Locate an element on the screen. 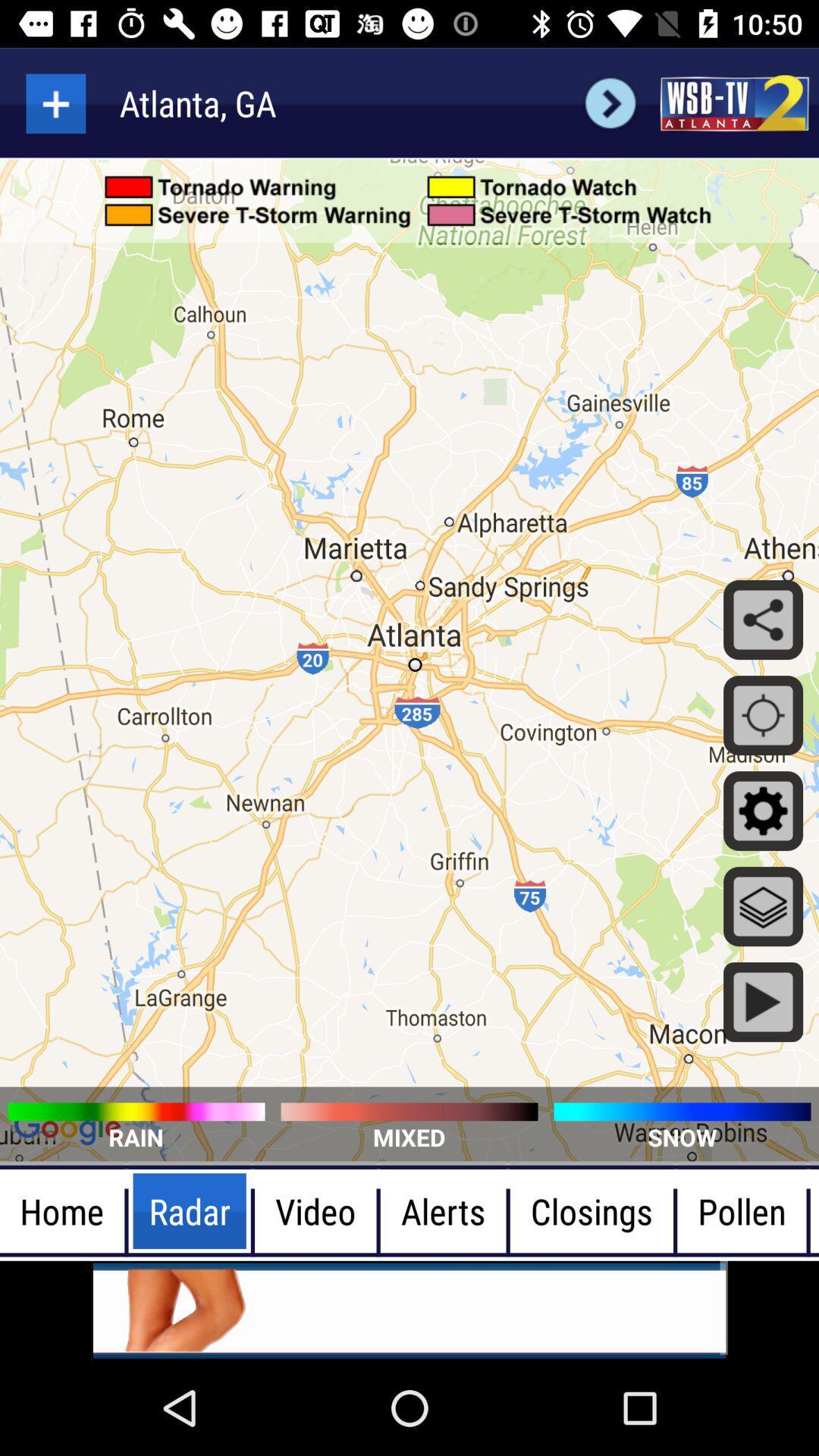 The image size is (819, 1456). go home is located at coordinates (733, 102).